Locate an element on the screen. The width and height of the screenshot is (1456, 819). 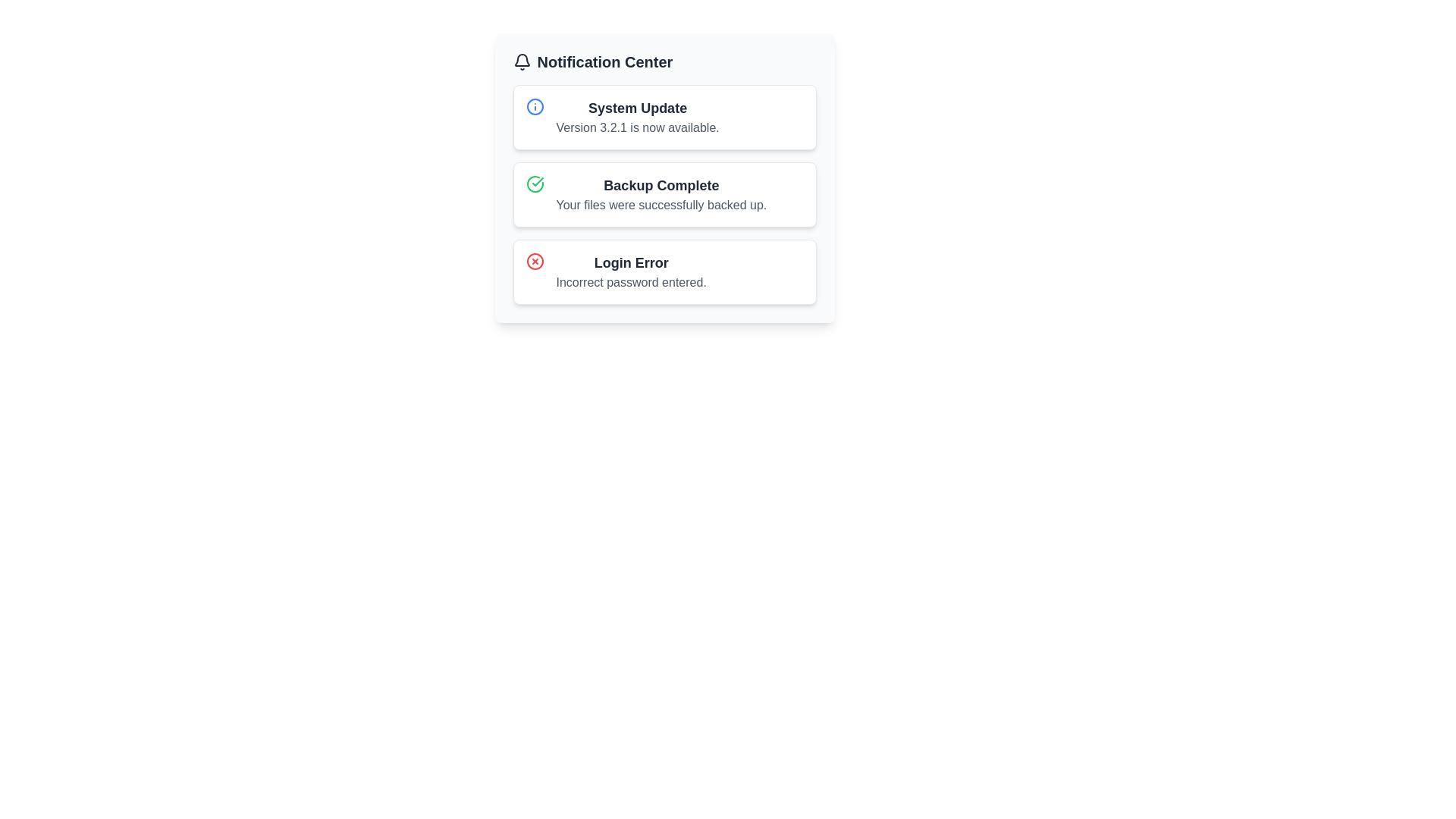
the error icon indicating a 'Login Error' in the bottom-most notification row of the Notification Center is located at coordinates (535, 260).